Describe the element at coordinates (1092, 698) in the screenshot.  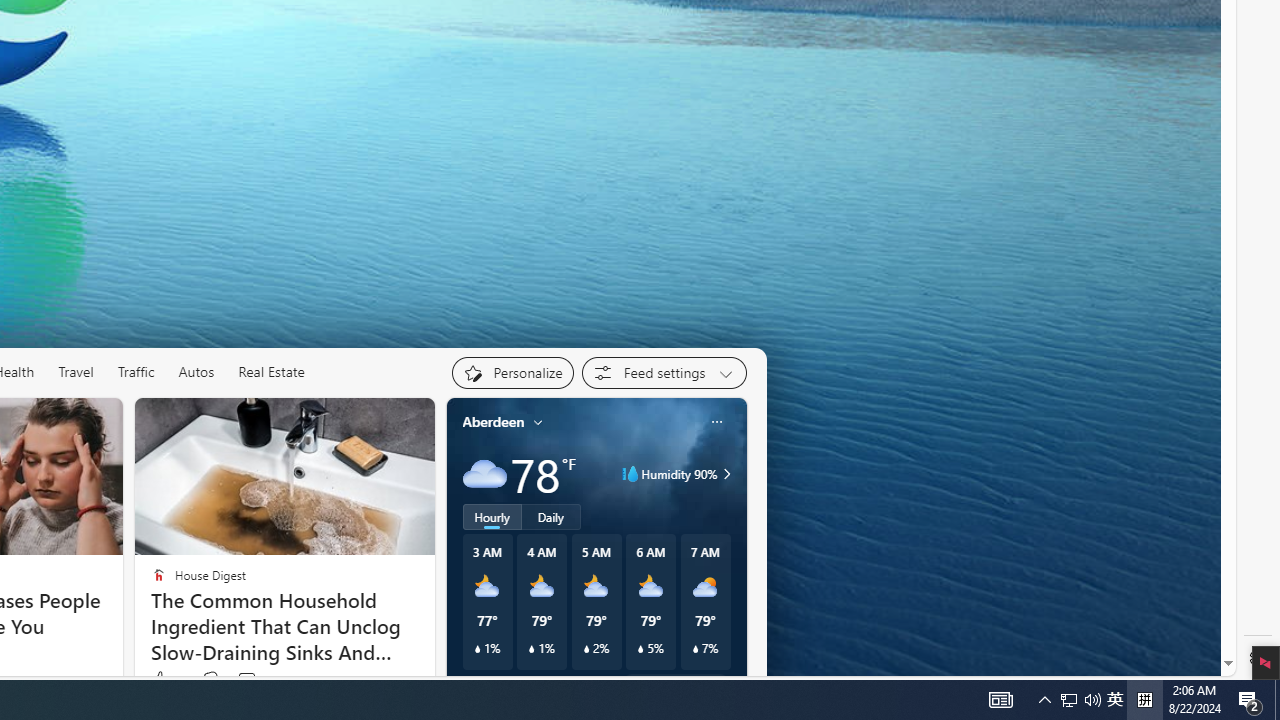
I see `'User Promoted Notification Area'` at that location.